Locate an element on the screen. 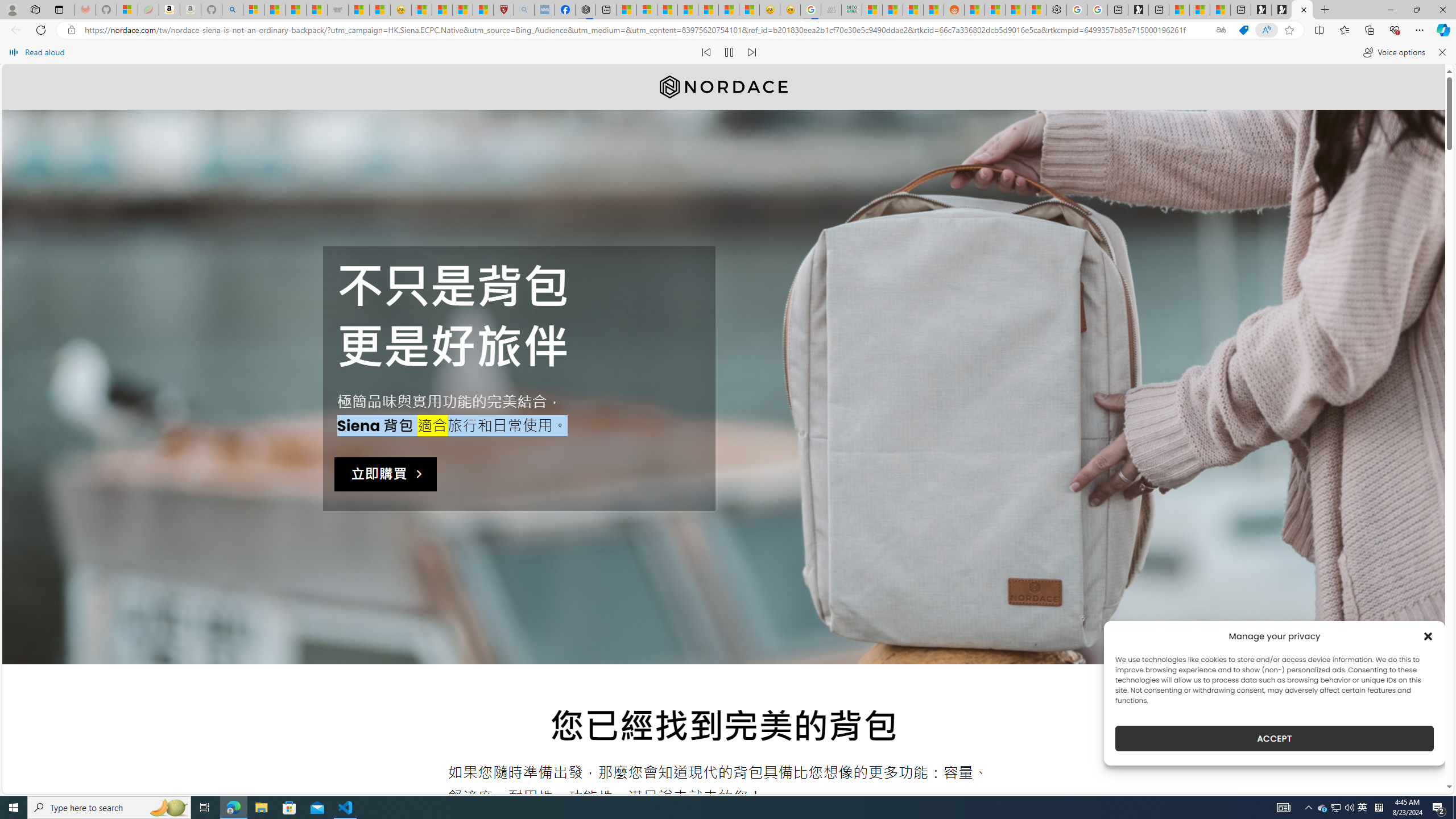 The image size is (1456, 819). 'Show translate options' is located at coordinates (1220, 30).